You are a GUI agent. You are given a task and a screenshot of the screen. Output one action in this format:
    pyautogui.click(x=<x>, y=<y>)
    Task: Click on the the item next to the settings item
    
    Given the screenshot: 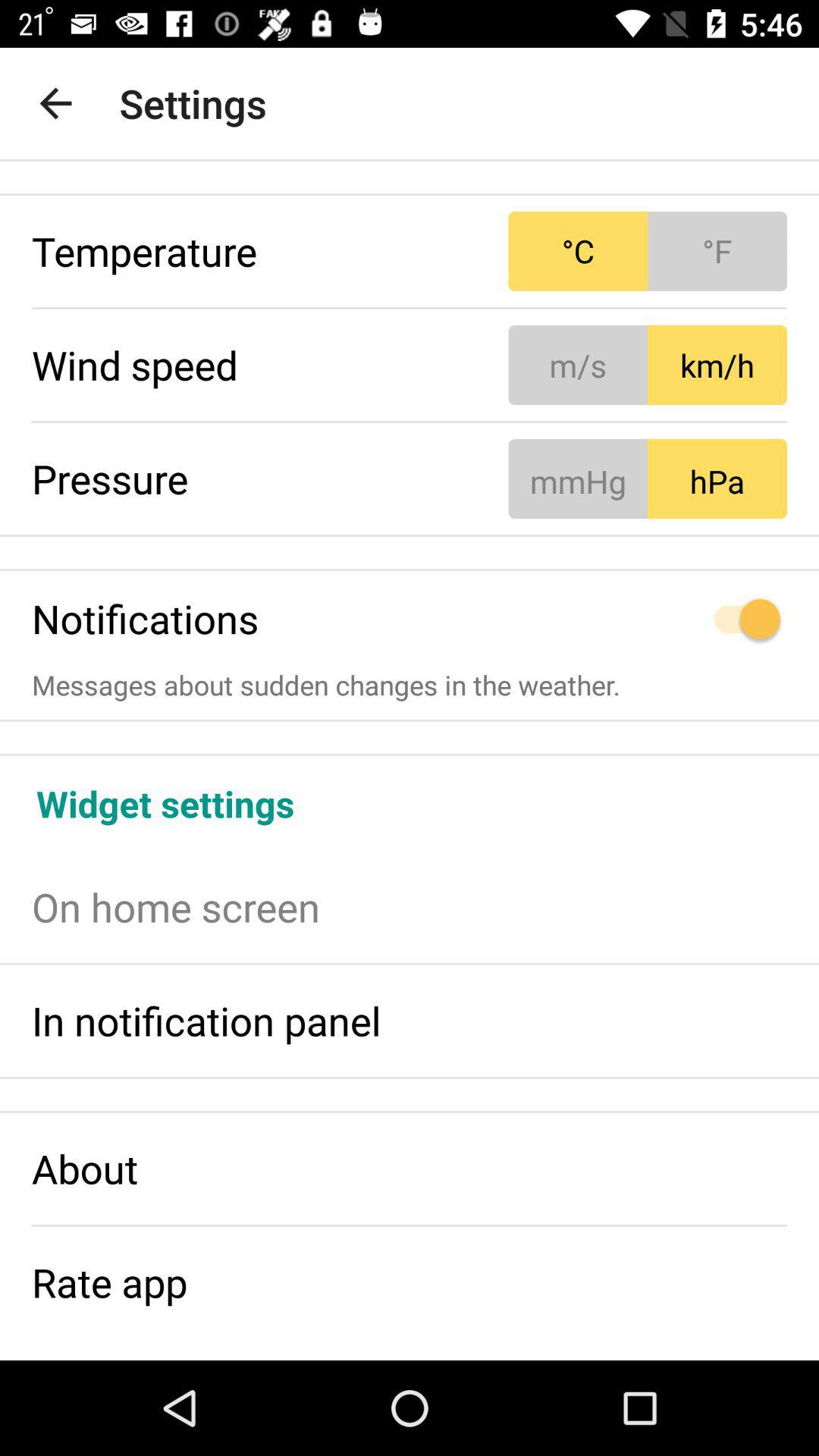 What is the action you would take?
    pyautogui.click(x=55, y=102)
    